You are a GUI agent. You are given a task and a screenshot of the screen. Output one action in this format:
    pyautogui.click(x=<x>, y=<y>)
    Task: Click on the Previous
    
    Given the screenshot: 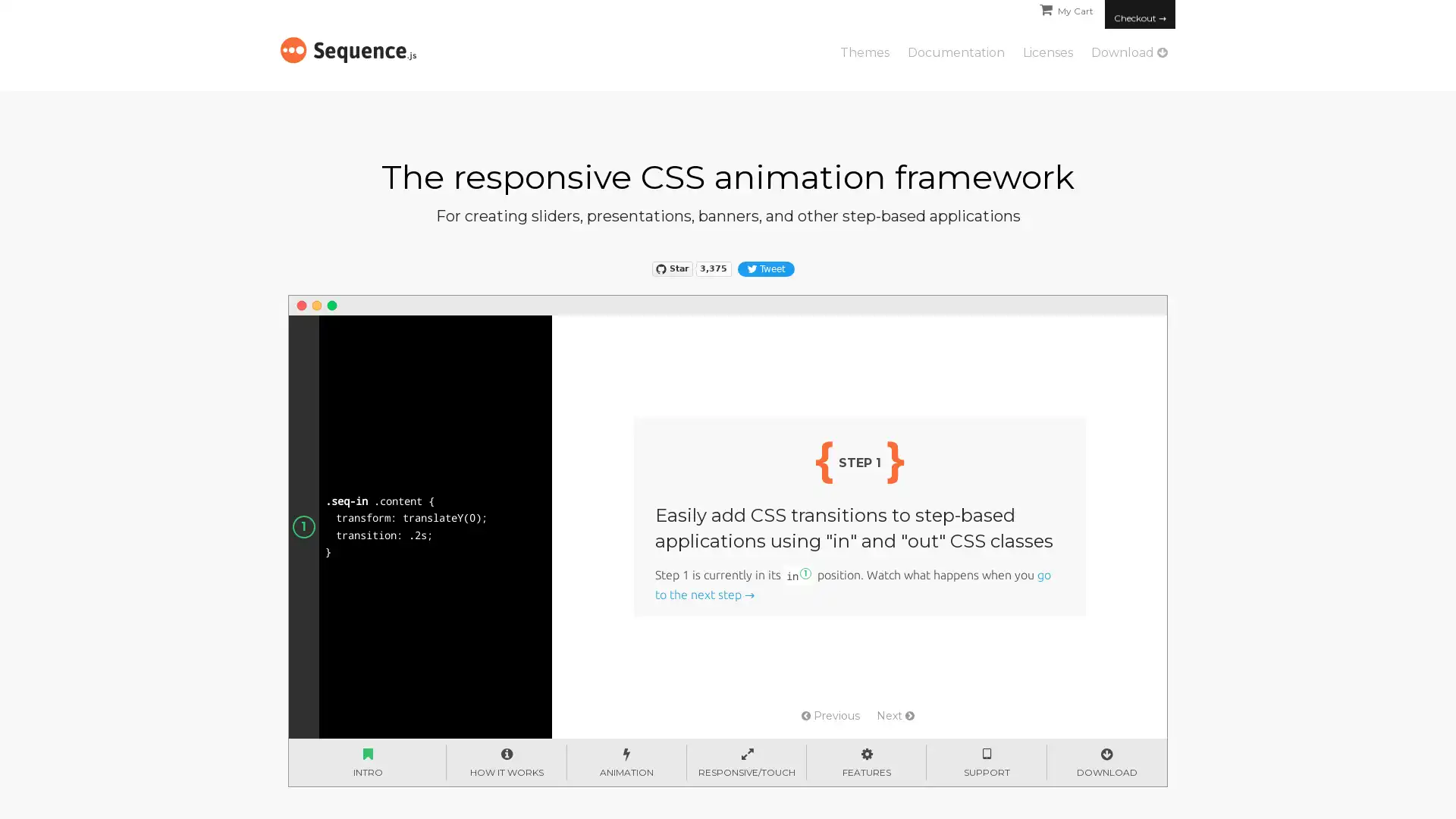 What is the action you would take?
    pyautogui.click(x=830, y=716)
    